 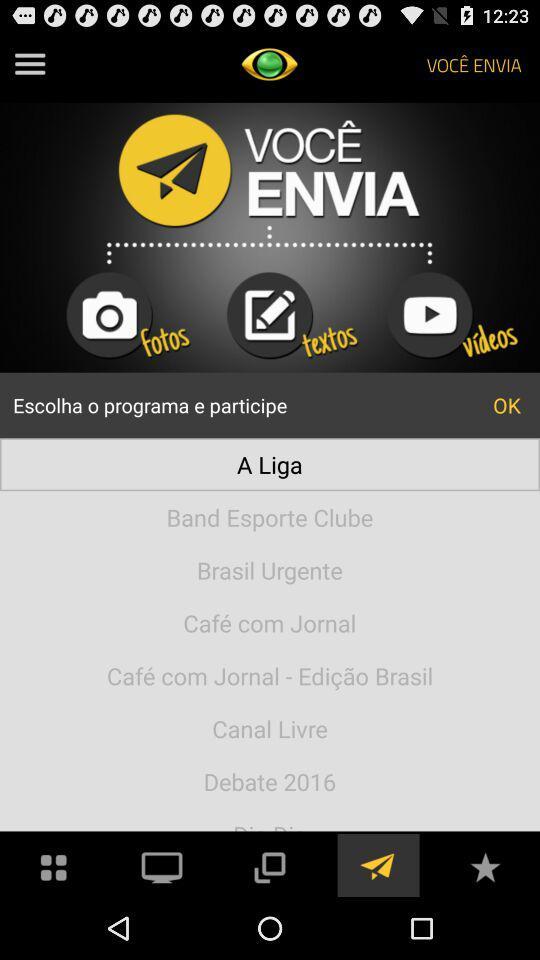 What do you see at coordinates (29, 64) in the screenshot?
I see `hamburger menu` at bounding box center [29, 64].